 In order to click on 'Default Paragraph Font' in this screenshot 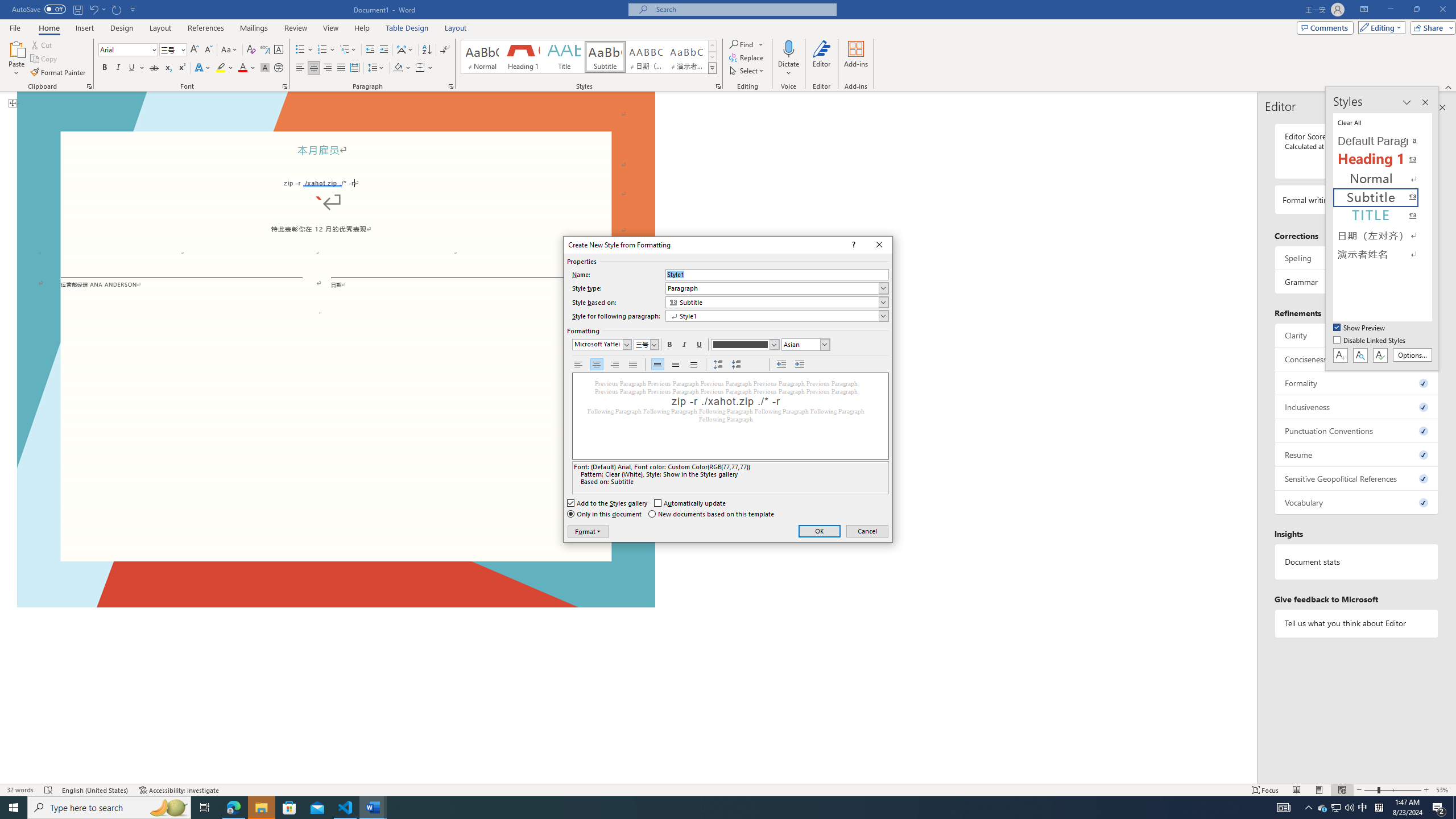, I will do `click(1383, 141)`.